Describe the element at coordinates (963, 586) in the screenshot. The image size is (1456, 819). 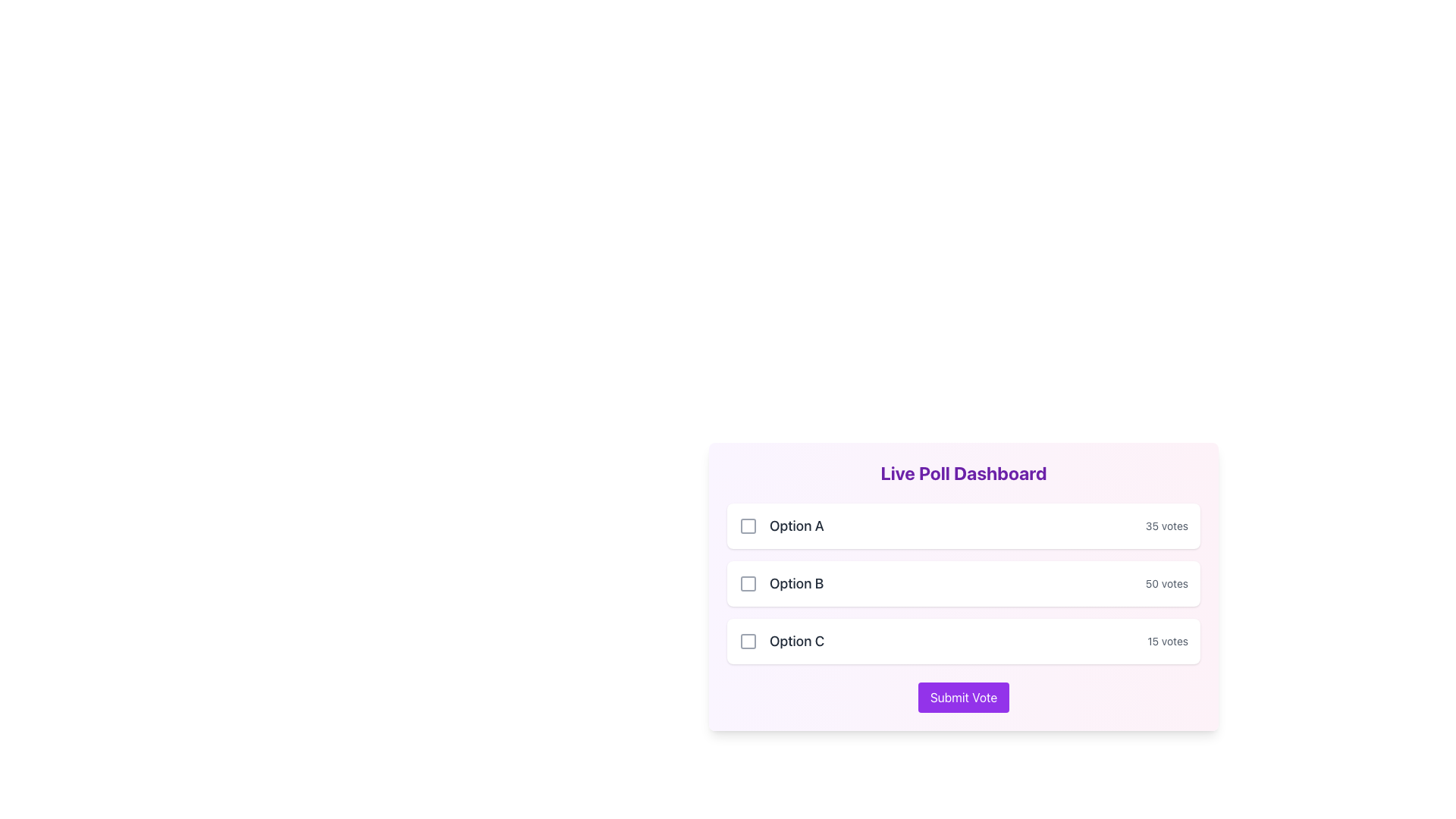
I see `the second voting option` at that location.